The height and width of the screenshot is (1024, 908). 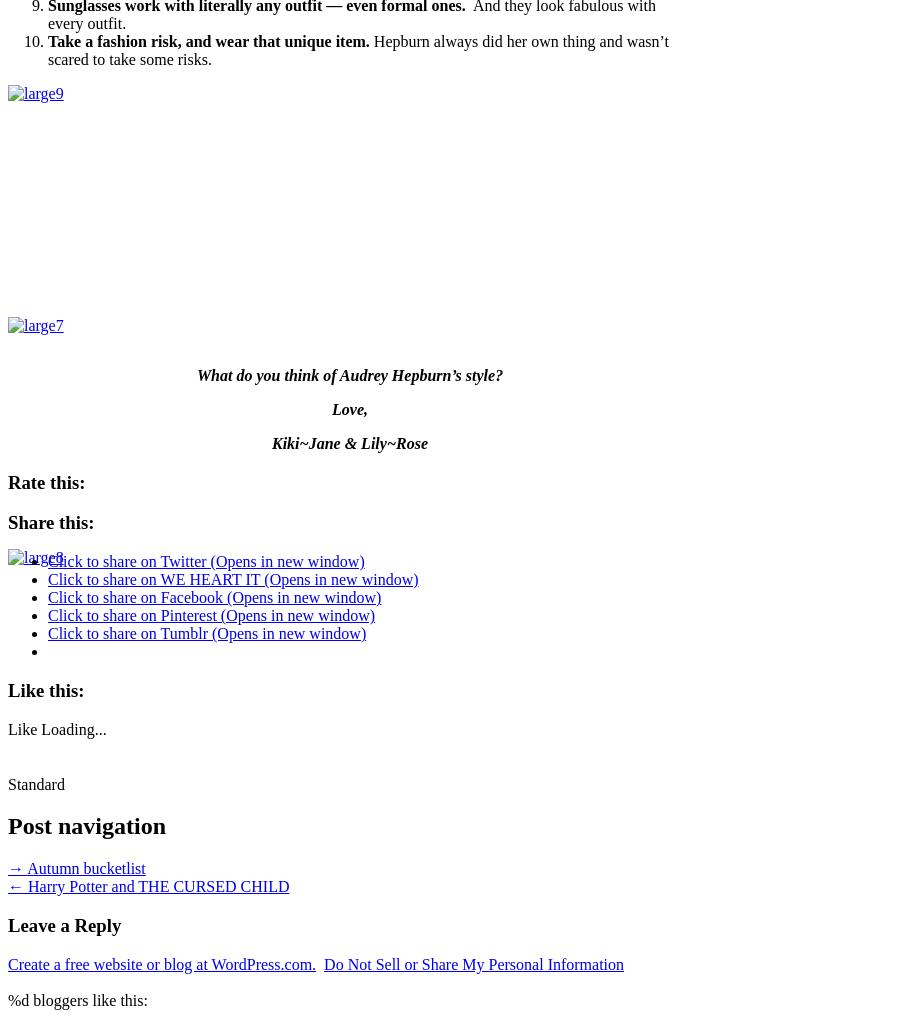 I want to click on 'Hepburn always did her own thing and wasn’t scared to take some risks.', so click(x=358, y=48).